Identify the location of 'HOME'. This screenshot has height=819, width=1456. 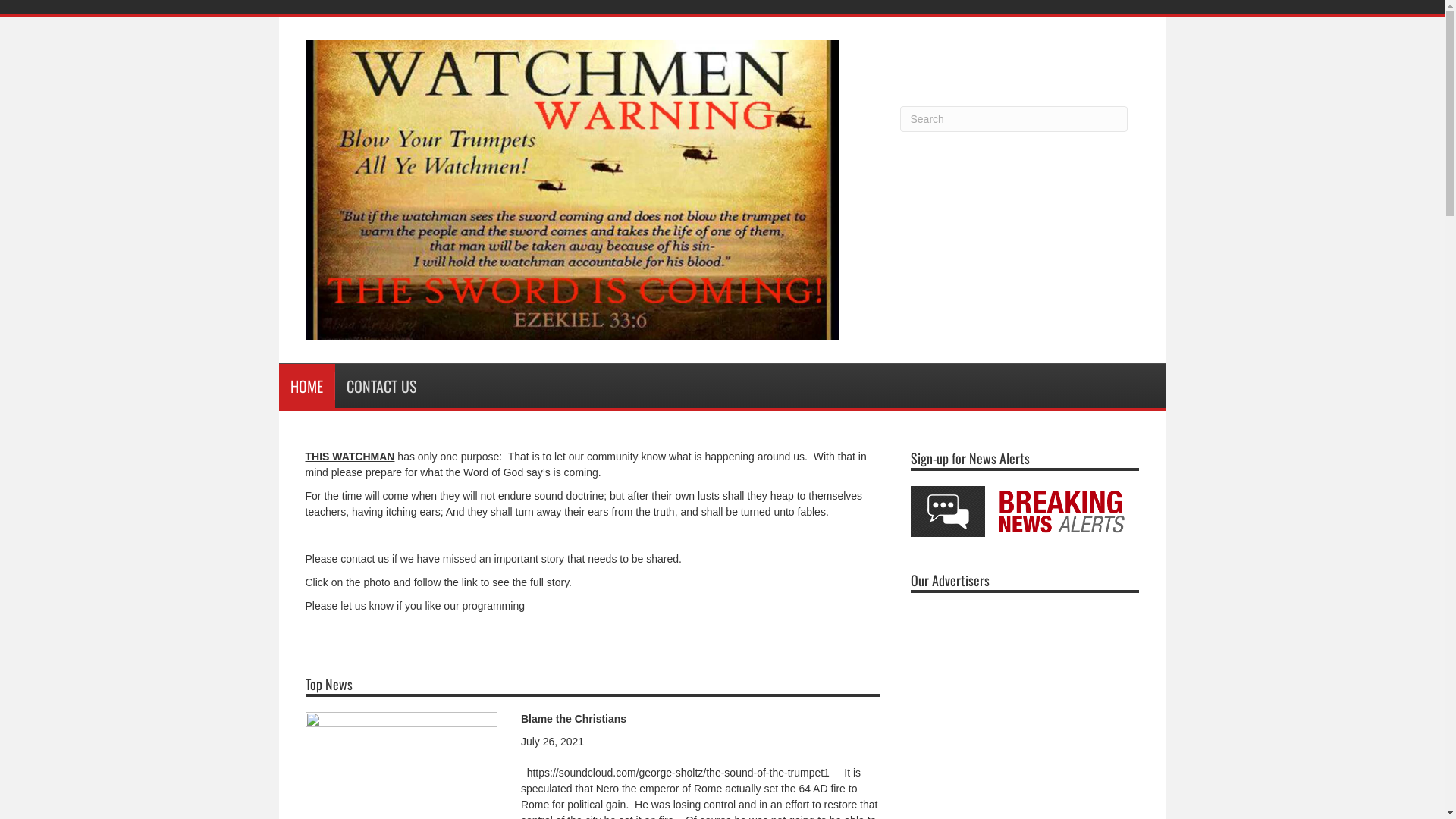
(306, 385).